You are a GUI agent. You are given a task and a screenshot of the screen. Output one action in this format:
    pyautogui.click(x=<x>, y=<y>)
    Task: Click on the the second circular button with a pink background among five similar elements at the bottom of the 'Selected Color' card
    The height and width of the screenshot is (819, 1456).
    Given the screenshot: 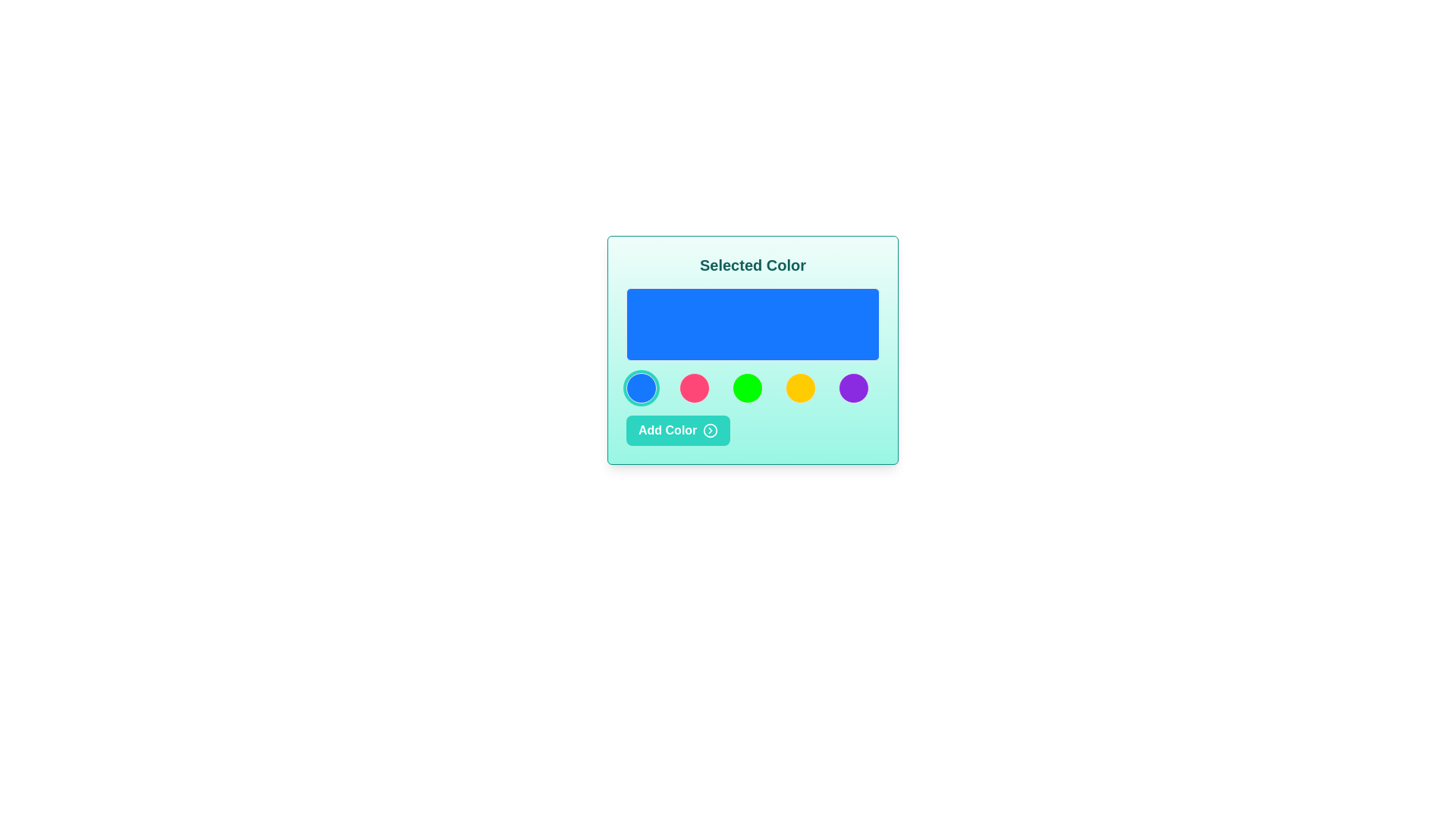 What is the action you would take?
    pyautogui.click(x=694, y=388)
    